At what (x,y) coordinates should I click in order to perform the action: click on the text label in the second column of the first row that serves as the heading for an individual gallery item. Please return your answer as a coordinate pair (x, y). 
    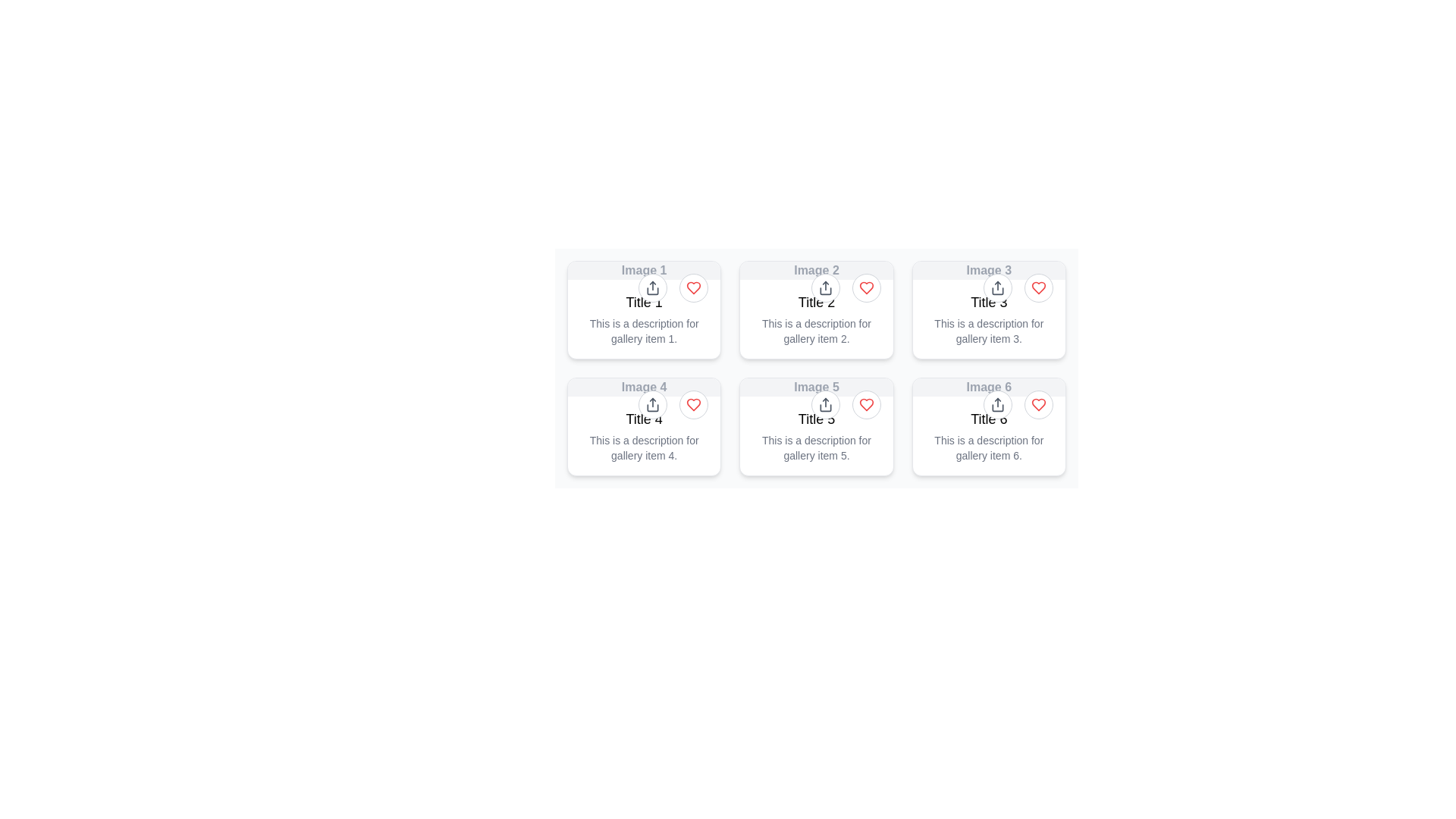
    Looking at the image, I should click on (815, 302).